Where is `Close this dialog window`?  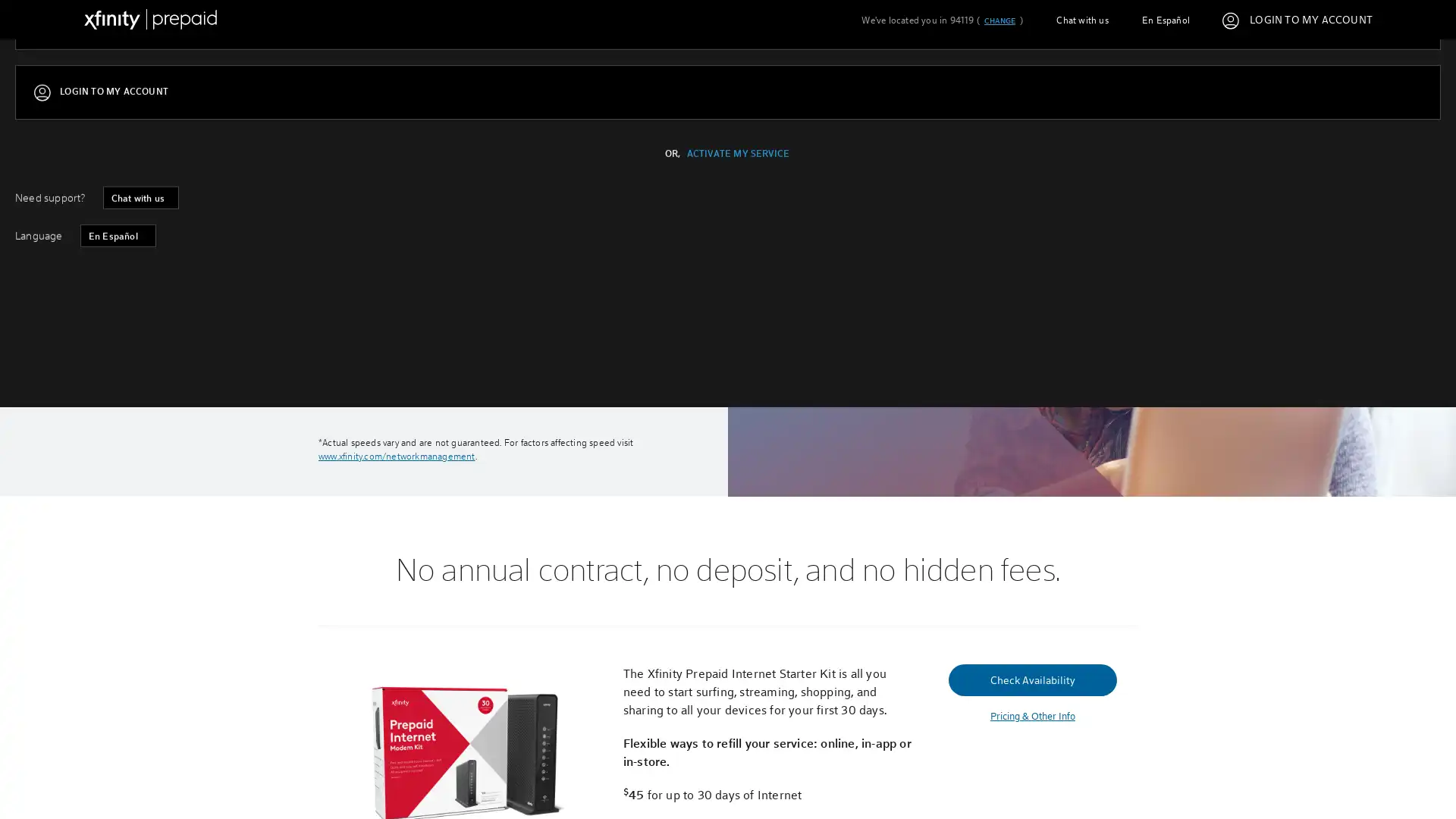 Close this dialog window is located at coordinates (1015, 352).